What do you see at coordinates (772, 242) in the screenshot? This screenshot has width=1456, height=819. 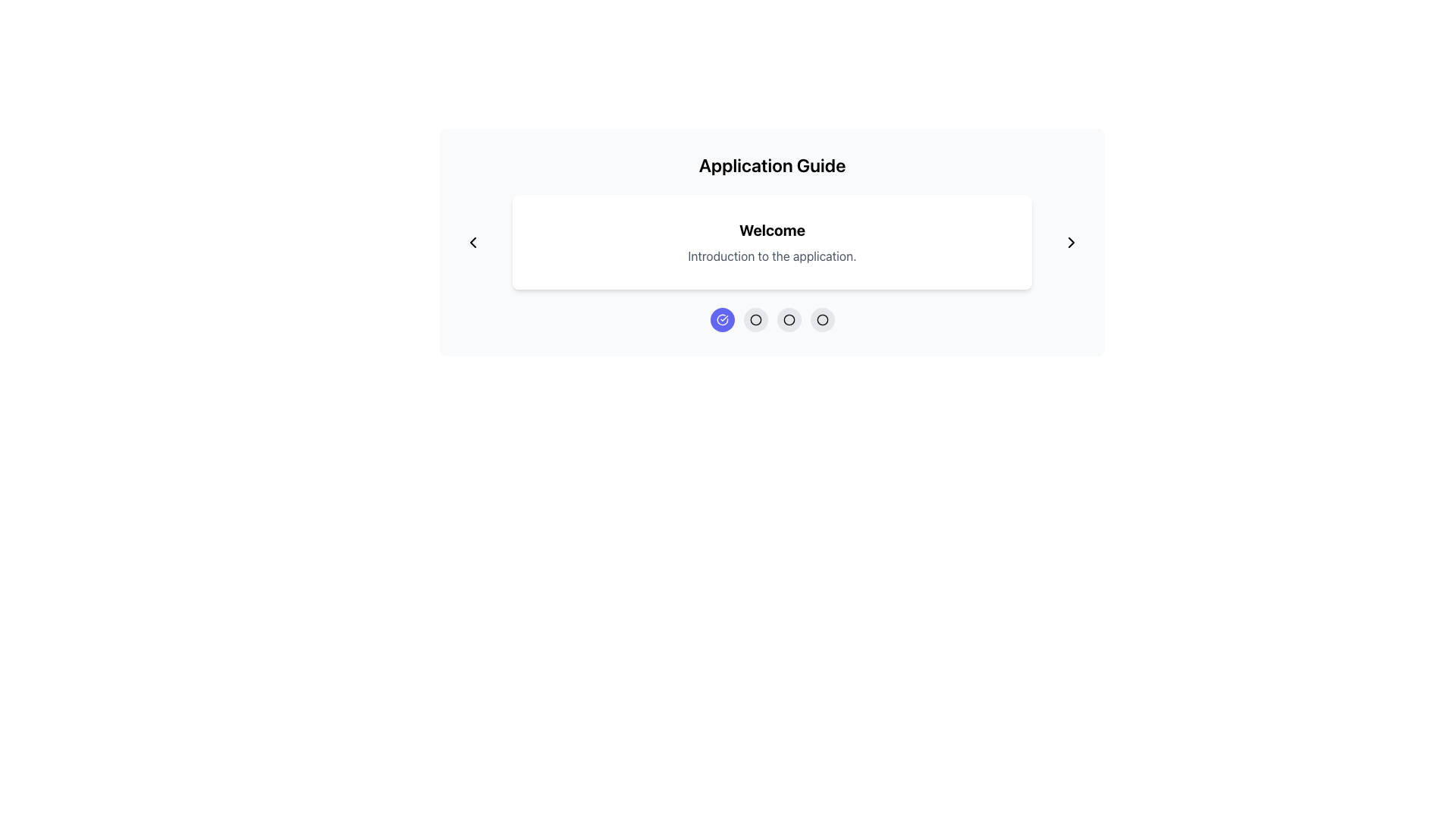 I see `the static informational section that displays a title and description, located below the 'Application Guide' header and above the circular indicators` at bounding box center [772, 242].